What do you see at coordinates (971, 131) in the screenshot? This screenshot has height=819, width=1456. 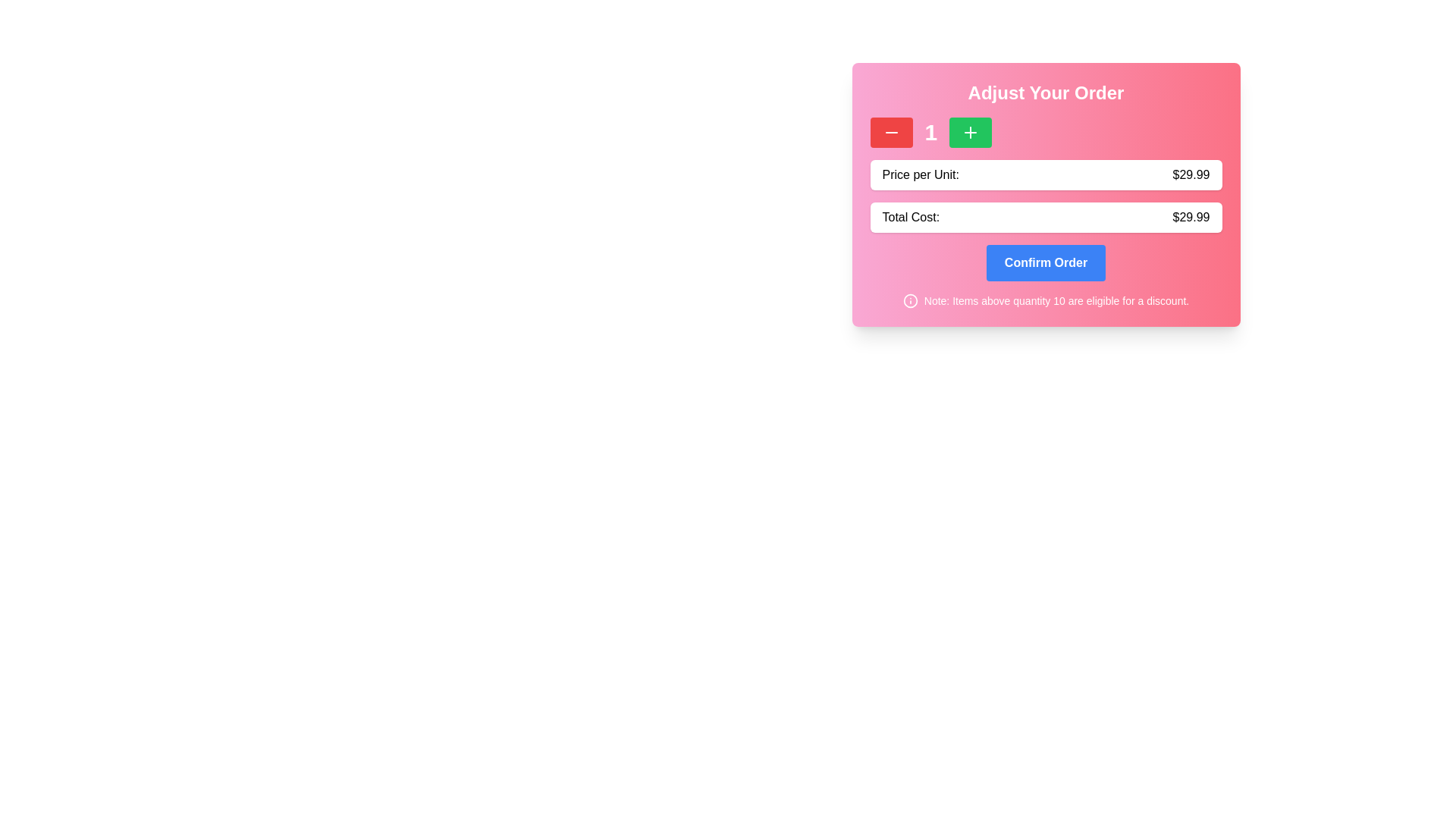 I see `the plus icon button with a green background and white outline located to the right of the quantity control section to increment the quantity` at bounding box center [971, 131].